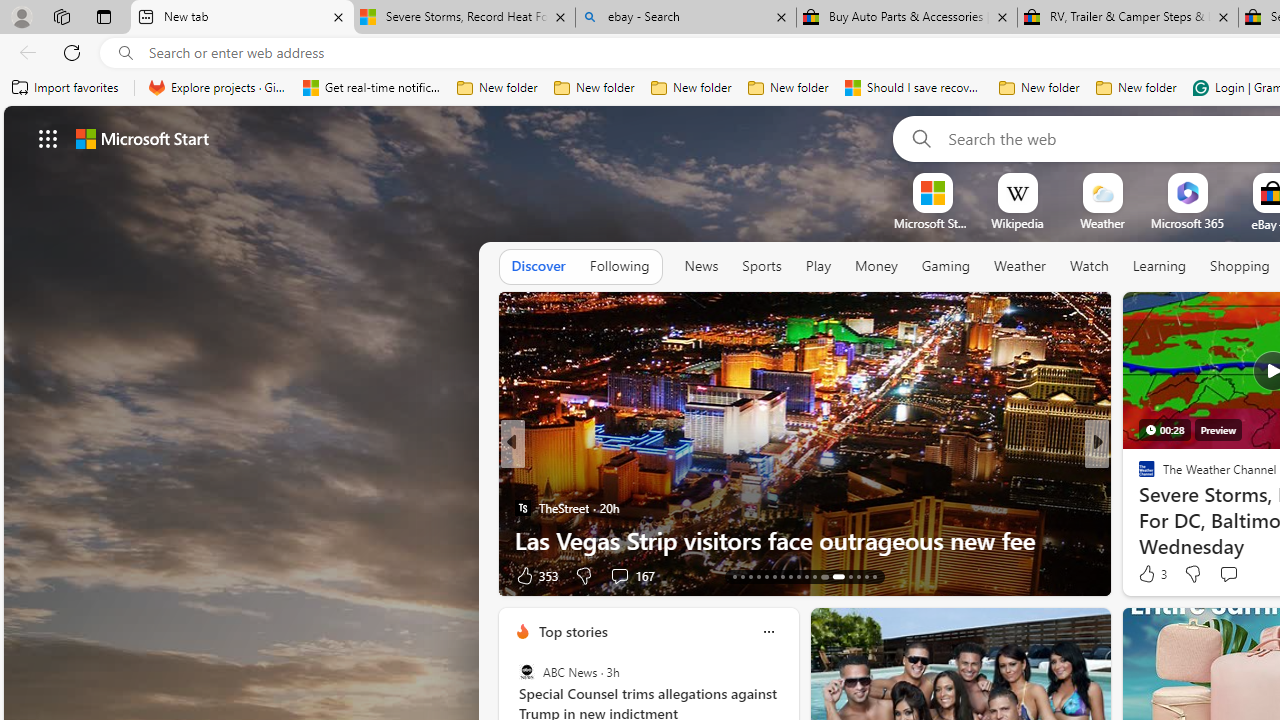  I want to click on 'AutomationID: tab-21', so click(797, 577).